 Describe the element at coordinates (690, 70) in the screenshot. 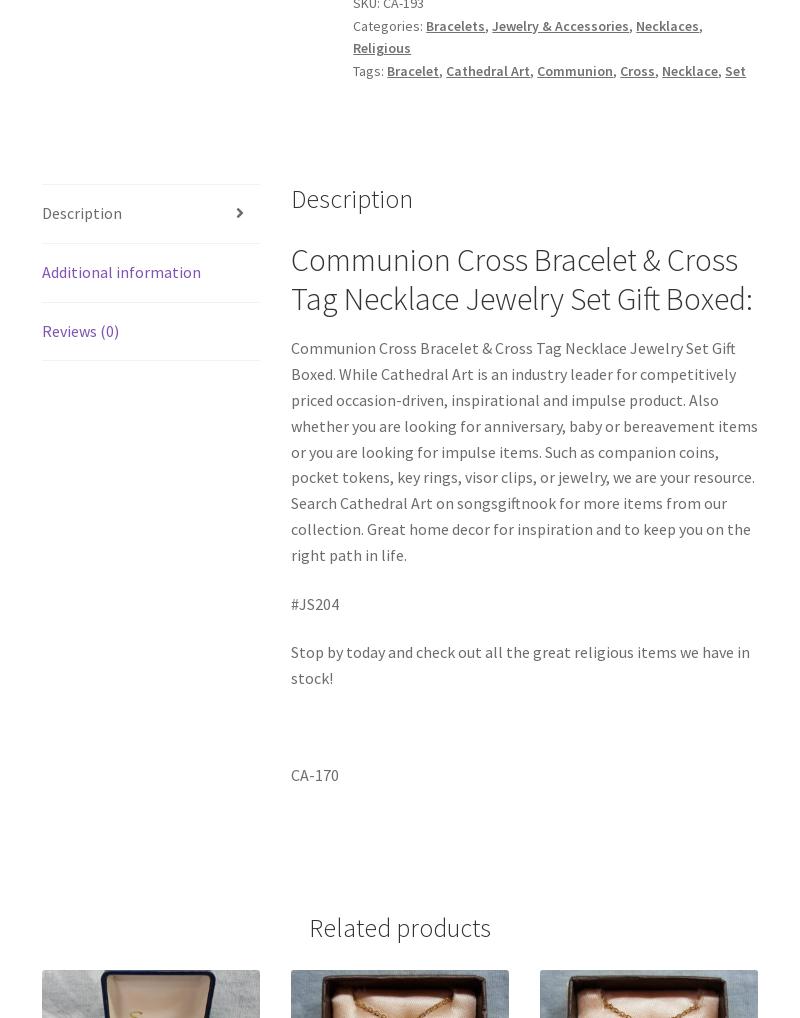

I see `'Necklace'` at that location.